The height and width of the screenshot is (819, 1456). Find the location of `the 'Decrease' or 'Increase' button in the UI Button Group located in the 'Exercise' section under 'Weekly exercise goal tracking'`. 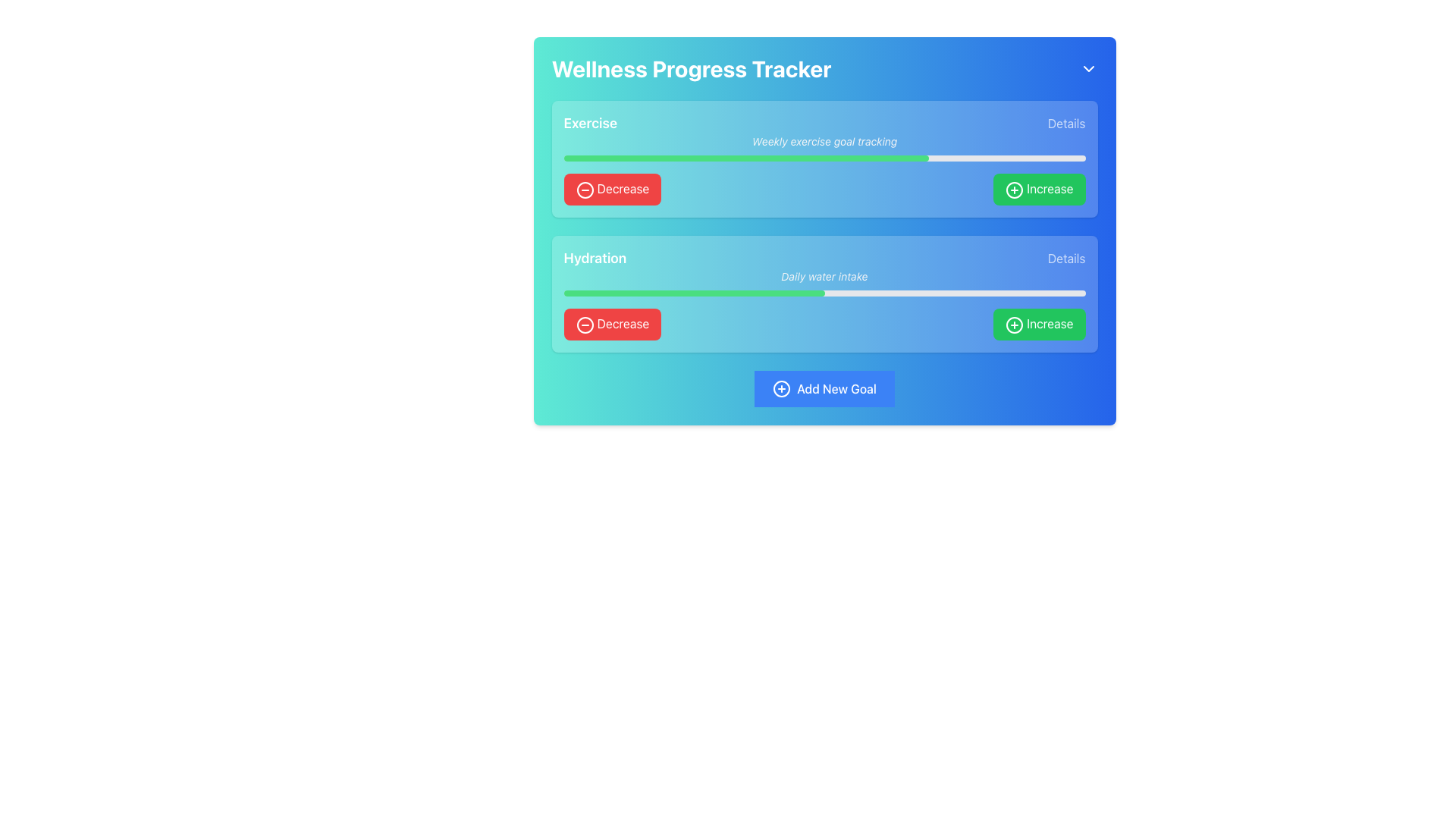

the 'Decrease' or 'Increase' button in the UI Button Group located in the 'Exercise' section under 'Weekly exercise goal tracking' is located at coordinates (824, 188).